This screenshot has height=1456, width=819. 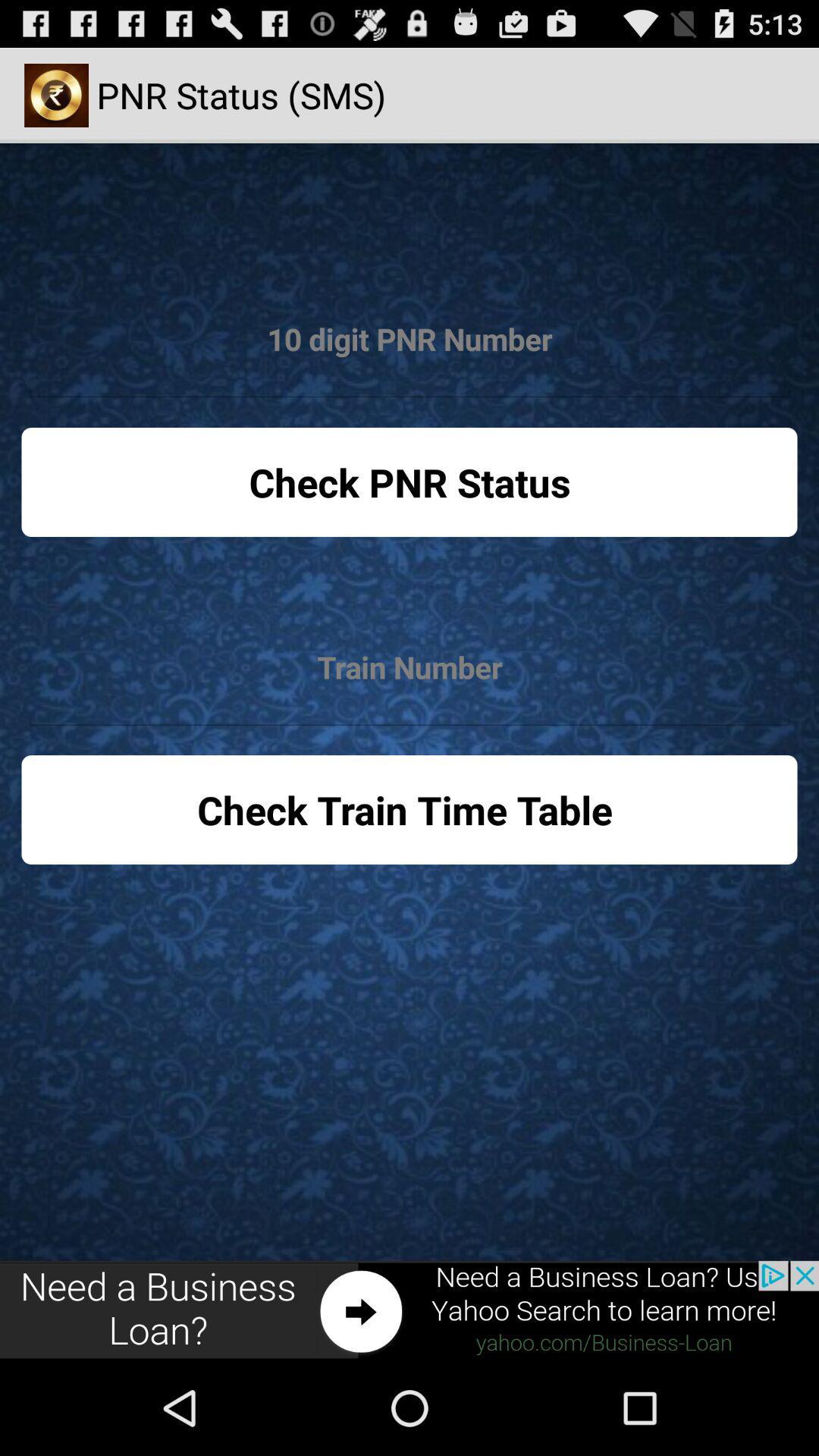 What do you see at coordinates (409, 1310) in the screenshot?
I see `click on advertisement to external website` at bounding box center [409, 1310].